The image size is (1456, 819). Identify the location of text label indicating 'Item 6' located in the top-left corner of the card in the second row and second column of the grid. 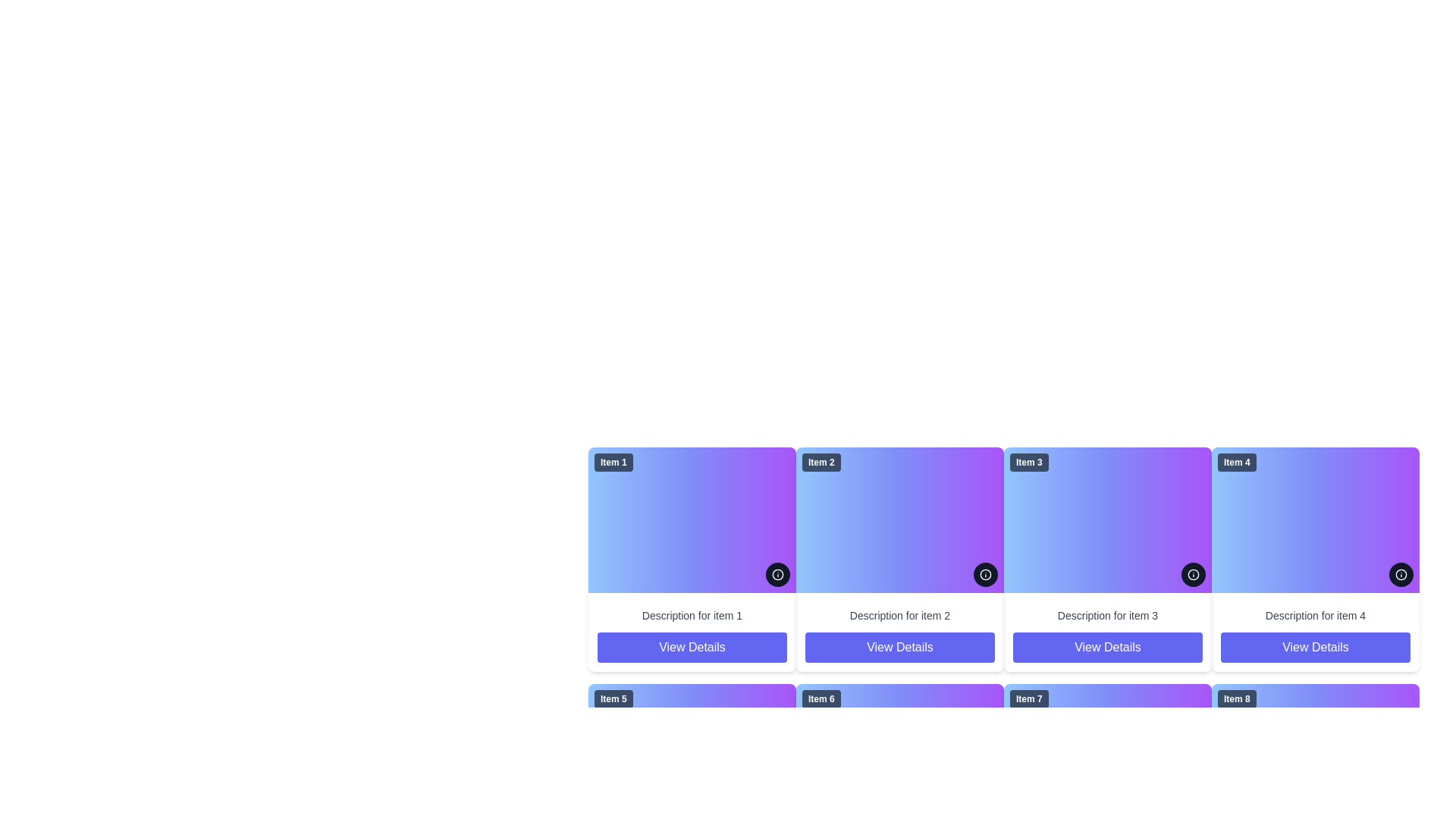
(821, 698).